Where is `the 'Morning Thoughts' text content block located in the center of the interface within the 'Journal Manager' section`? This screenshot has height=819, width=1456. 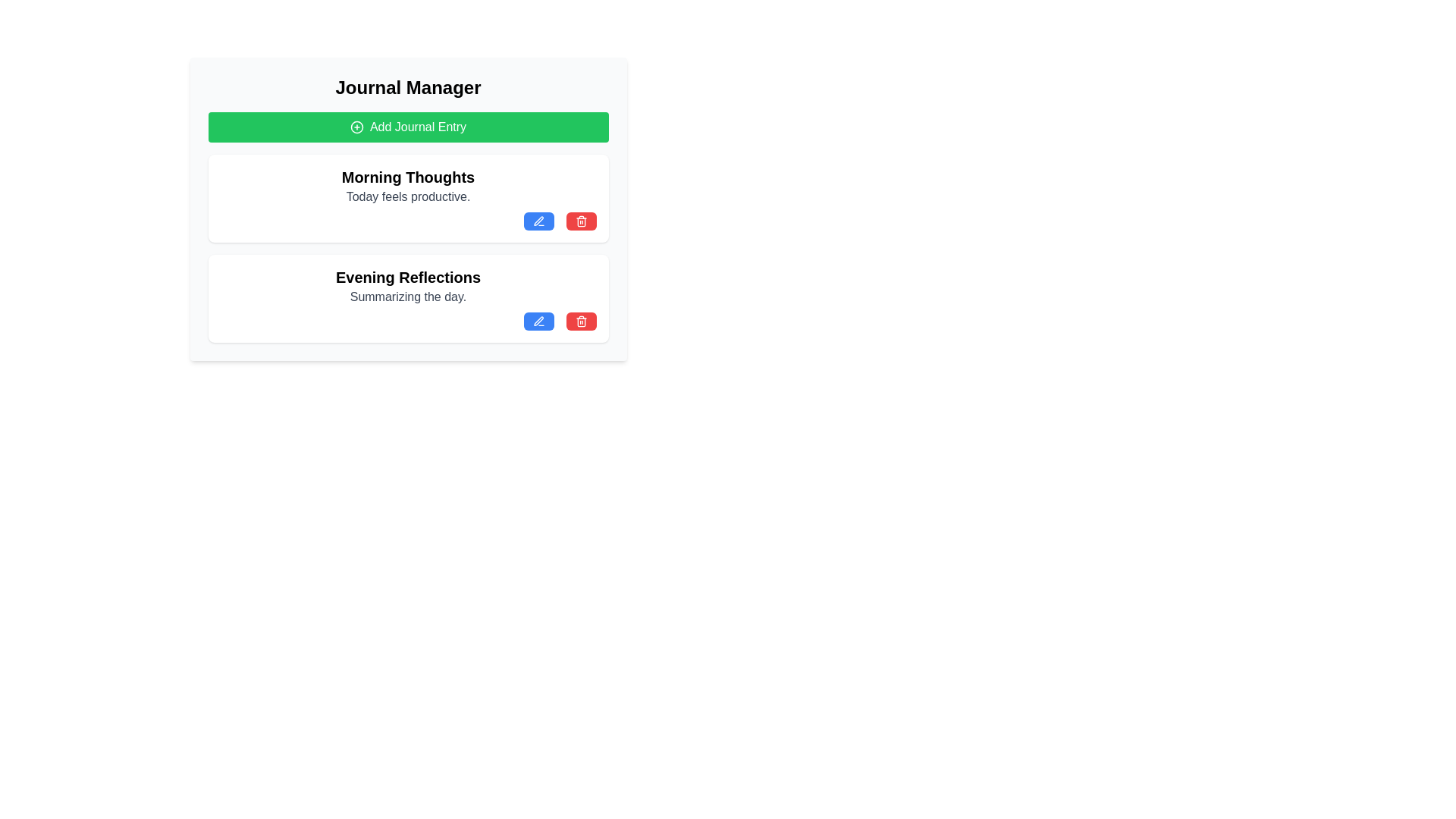 the 'Morning Thoughts' text content block located in the center of the interface within the 'Journal Manager' section is located at coordinates (408, 186).